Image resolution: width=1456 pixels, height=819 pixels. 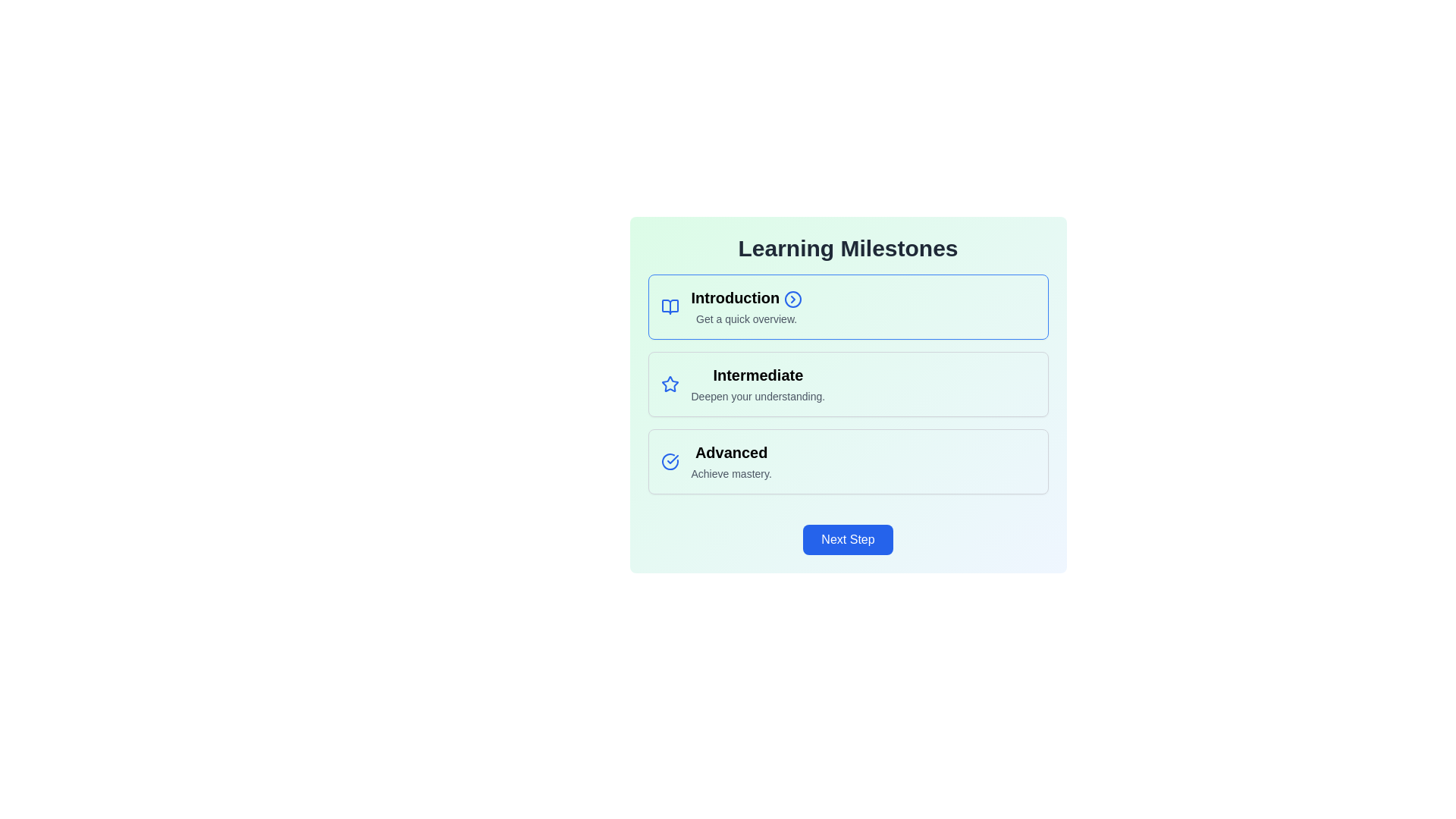 I want to click on the SVG icon indicating the completion or current selection of the 'Introduction' milestone, located next to the 'Introduction' section header, so click(x=672, y=458).